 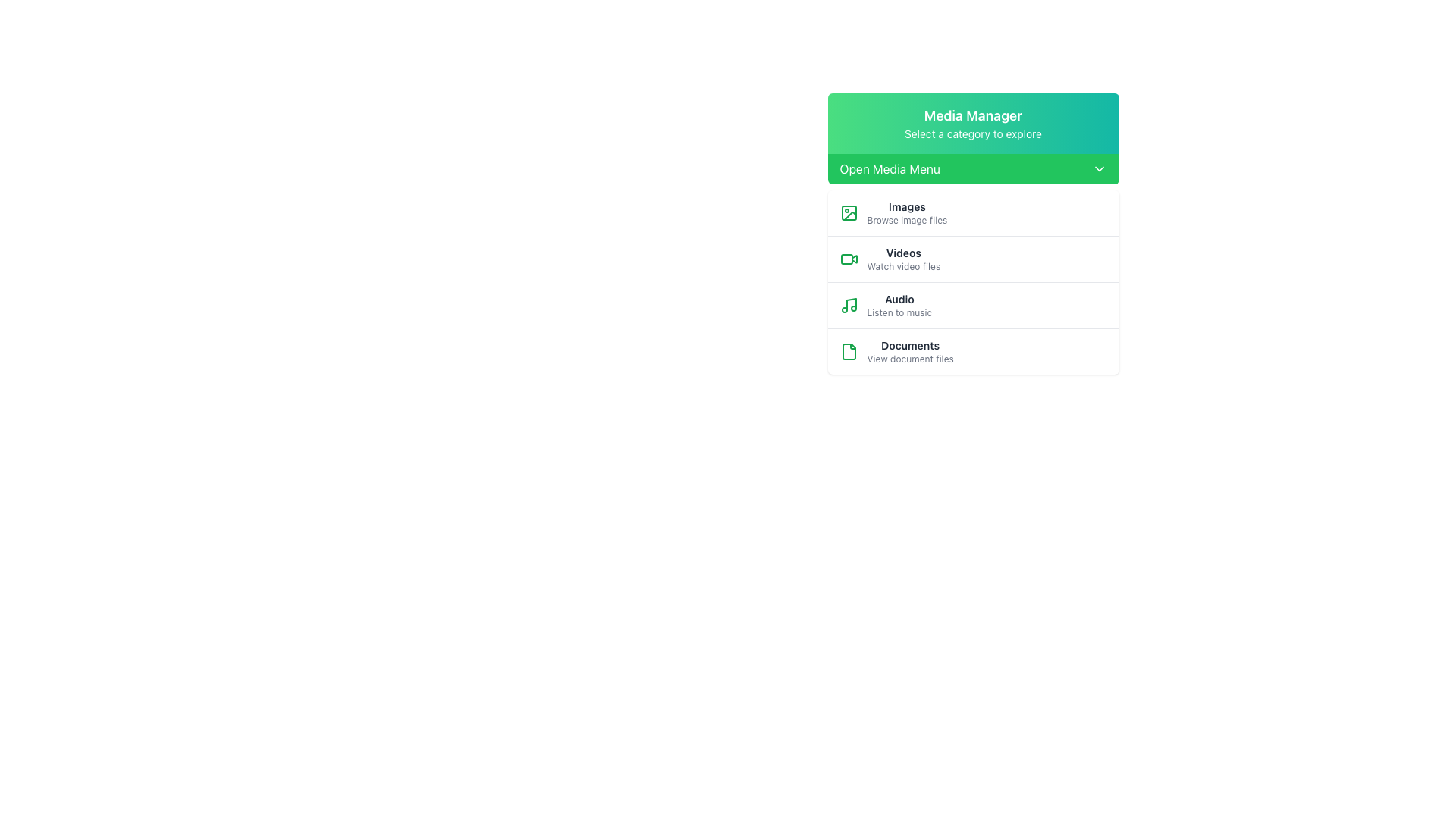 What do you see at coordinates (848, 351) in the screenshot?
I see `the file document icon located in the 'Documents' menu option within the Media Manager interface` at bounding box center [848, 351].